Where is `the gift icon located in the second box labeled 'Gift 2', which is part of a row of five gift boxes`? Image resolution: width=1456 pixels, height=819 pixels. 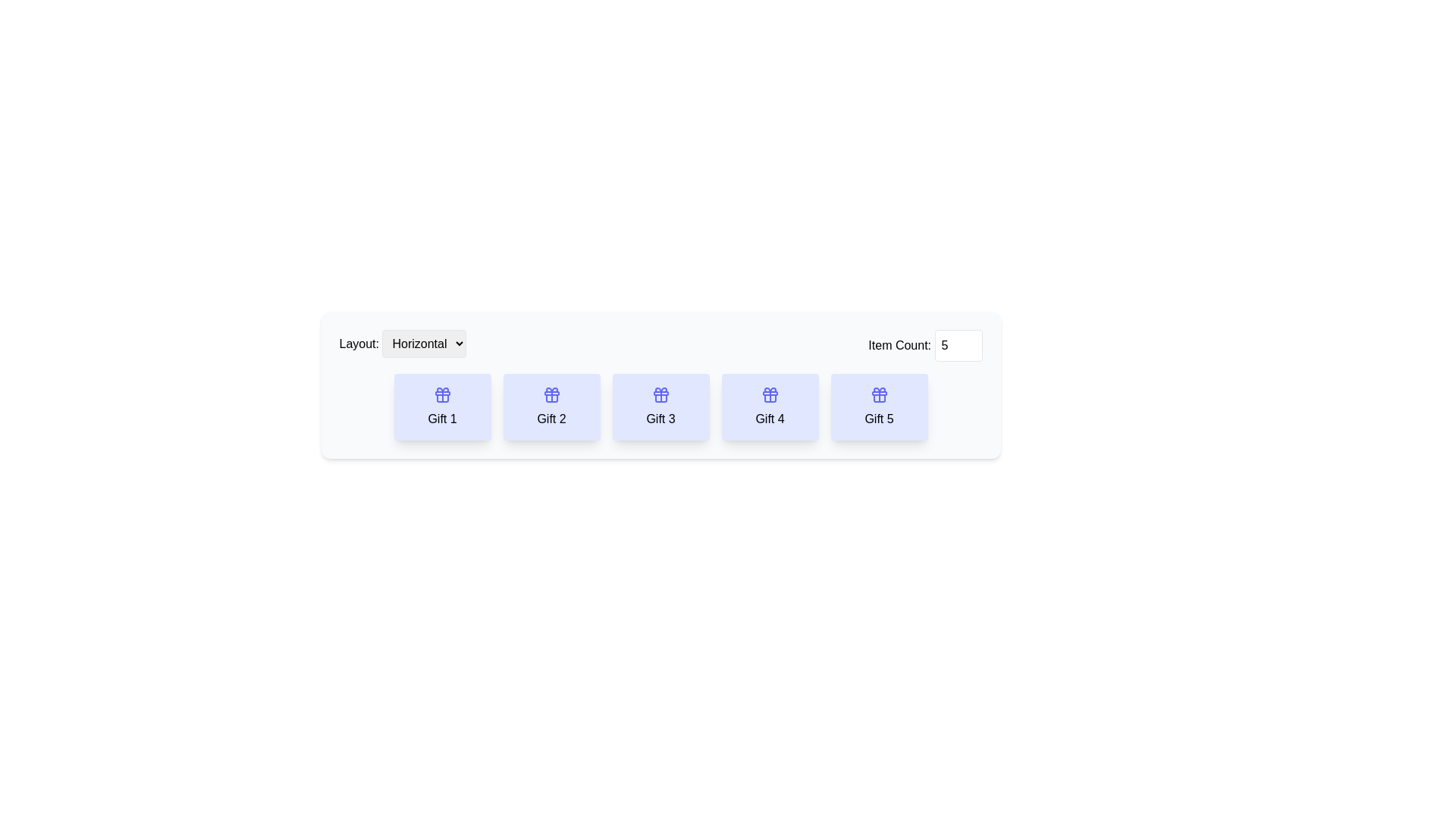 the gift icon located in the second box labeled 'Gift 2', which is part of a row of five gift boxes is located at coordinates (551, 394).